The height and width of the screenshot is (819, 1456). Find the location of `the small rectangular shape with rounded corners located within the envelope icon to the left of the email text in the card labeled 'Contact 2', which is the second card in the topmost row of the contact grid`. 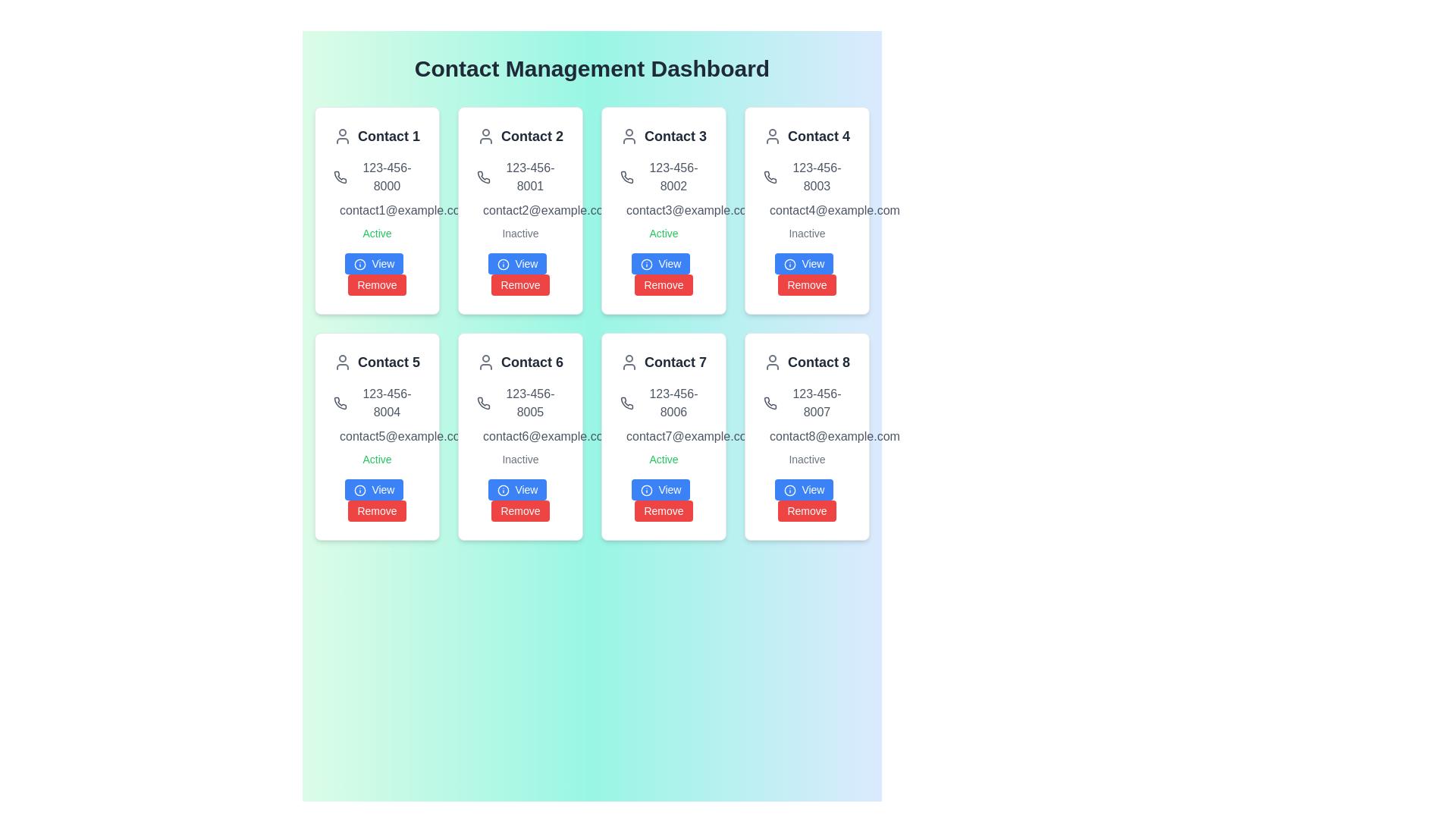

the small rectangular shape with rounded corners located within the envelope icon to the left of the email text in the card labeled 'Contact 2', which is the second card in the topmost row of the contact grid is located at coordinates (486, 212).